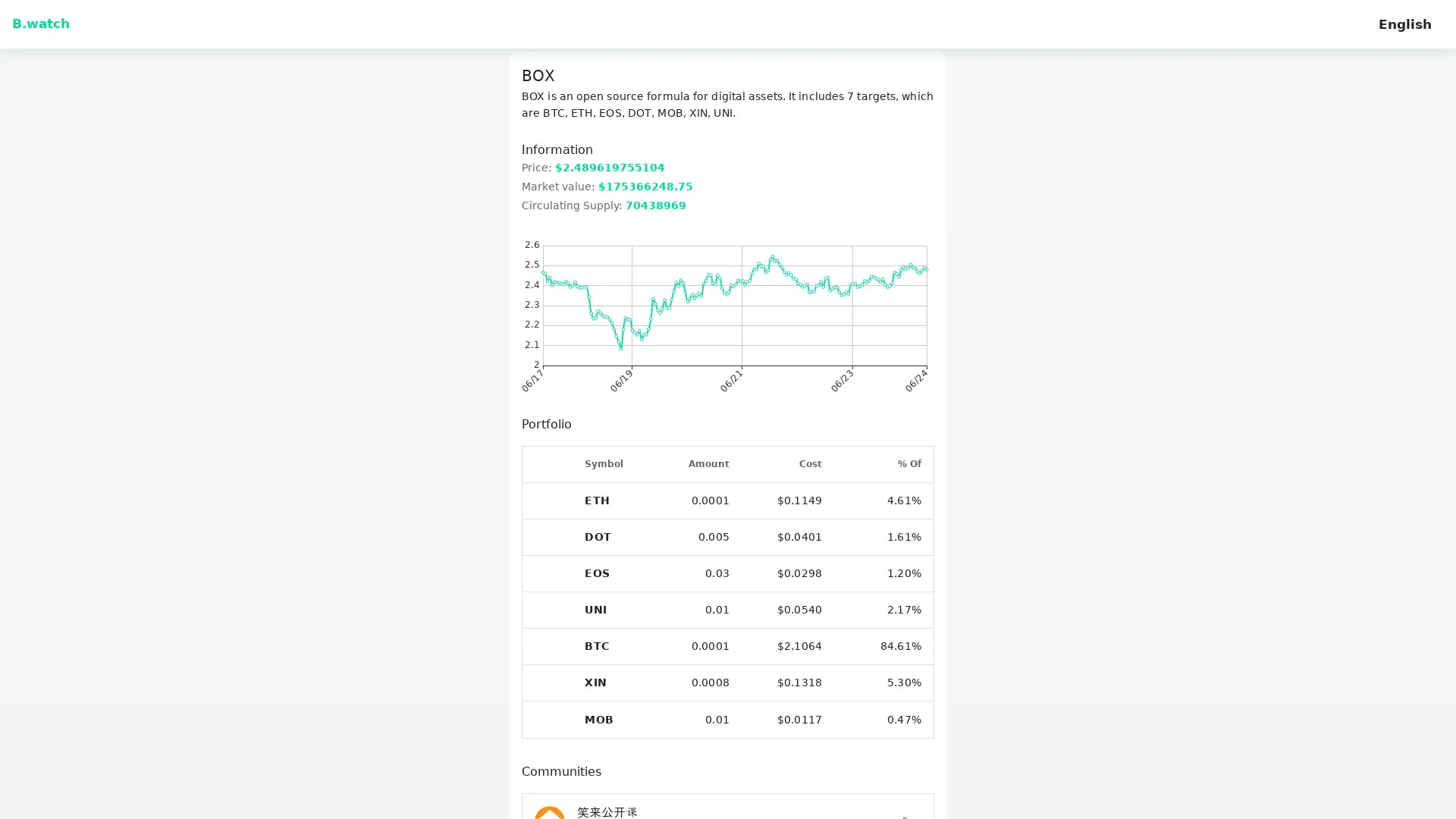  Describe the element at coordinates (1404, 24) in the screenshot. I see `English` at that location.